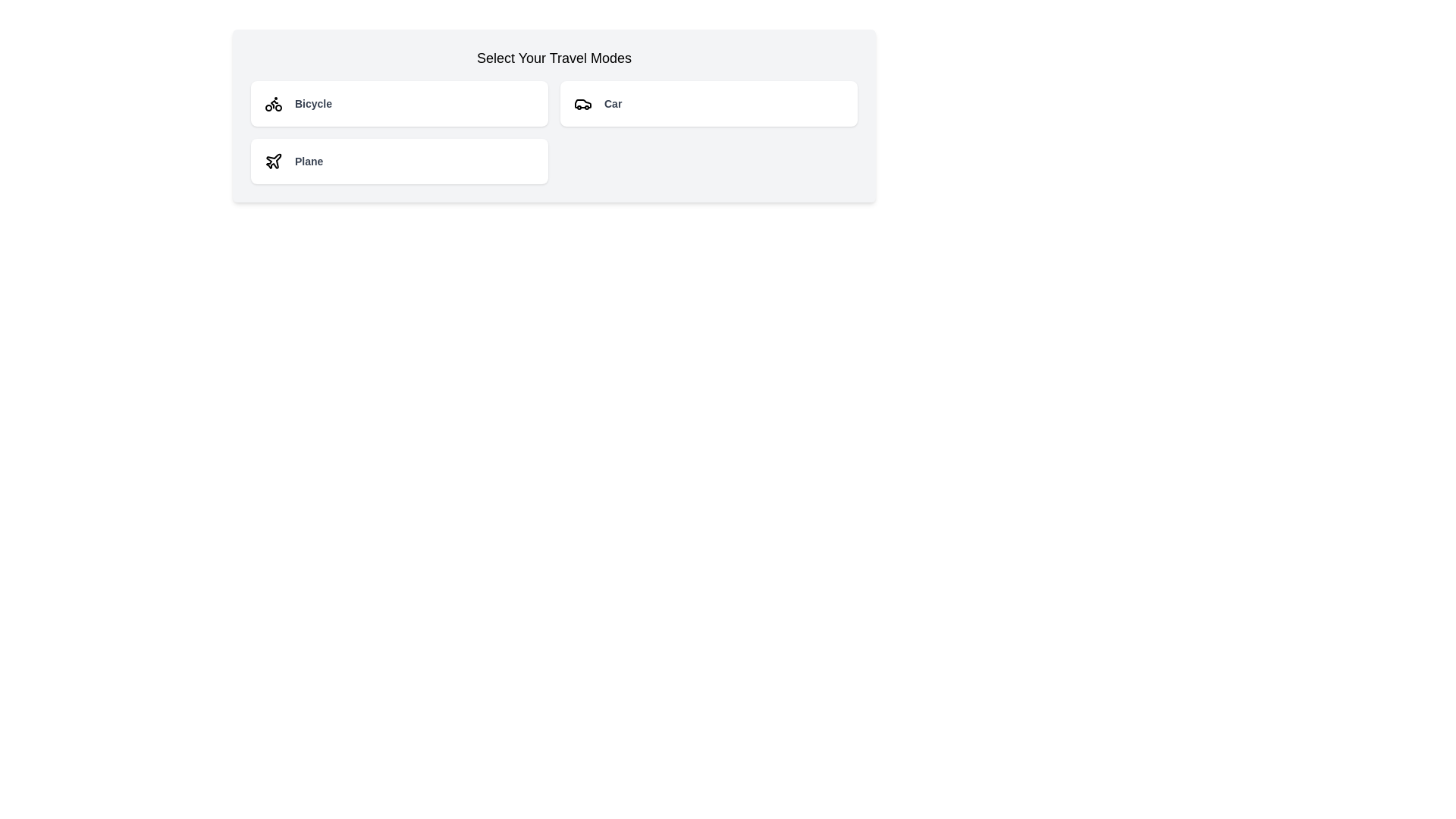 This screenshot has height=819, width=1456. Describe the element at coordinates (400, 103) in the screenshot. I see `the 'Bicycle' travel mode option in the first column and first row of the grid` at that location.